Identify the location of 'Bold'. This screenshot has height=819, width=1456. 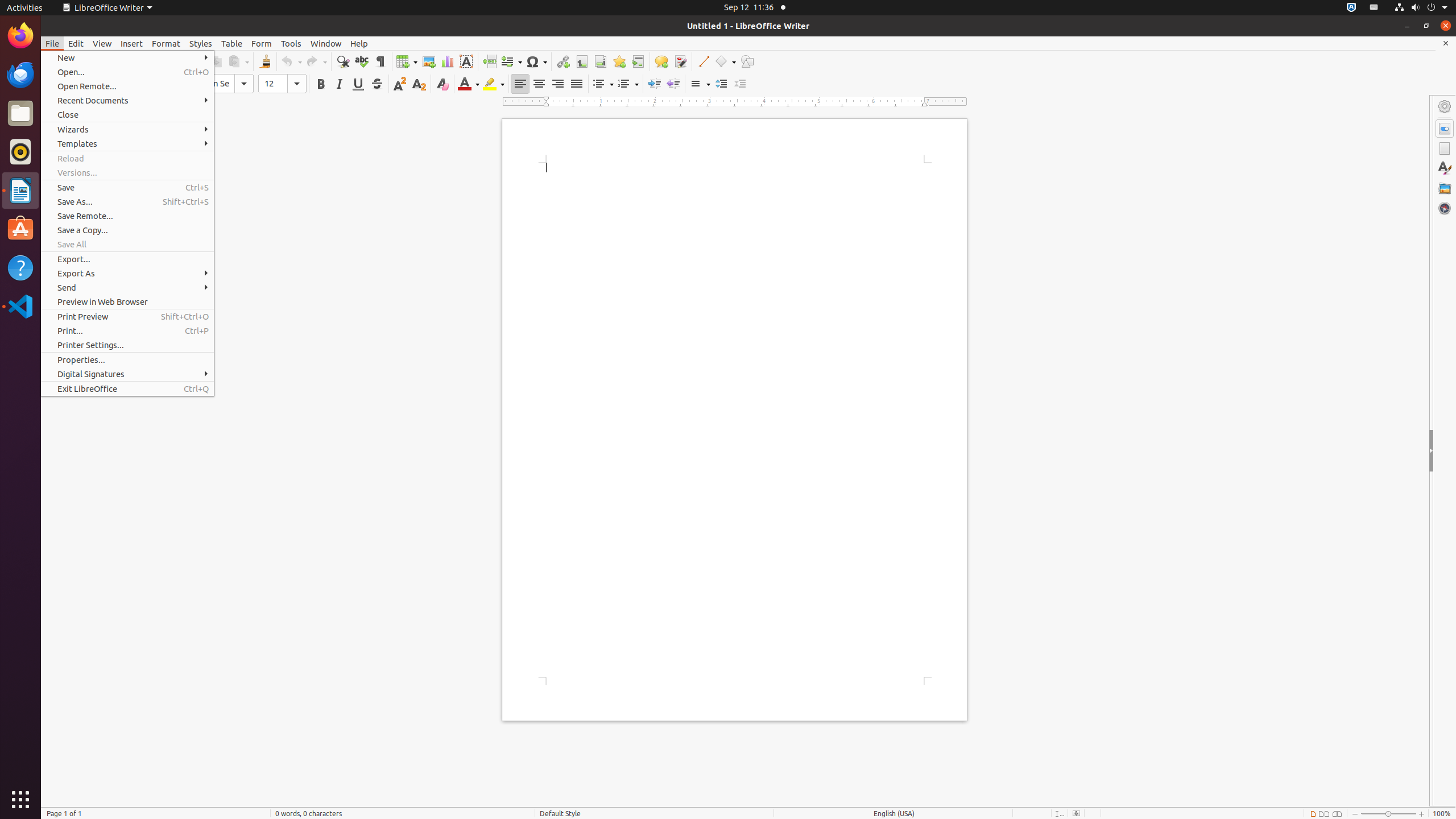
(320, 83).